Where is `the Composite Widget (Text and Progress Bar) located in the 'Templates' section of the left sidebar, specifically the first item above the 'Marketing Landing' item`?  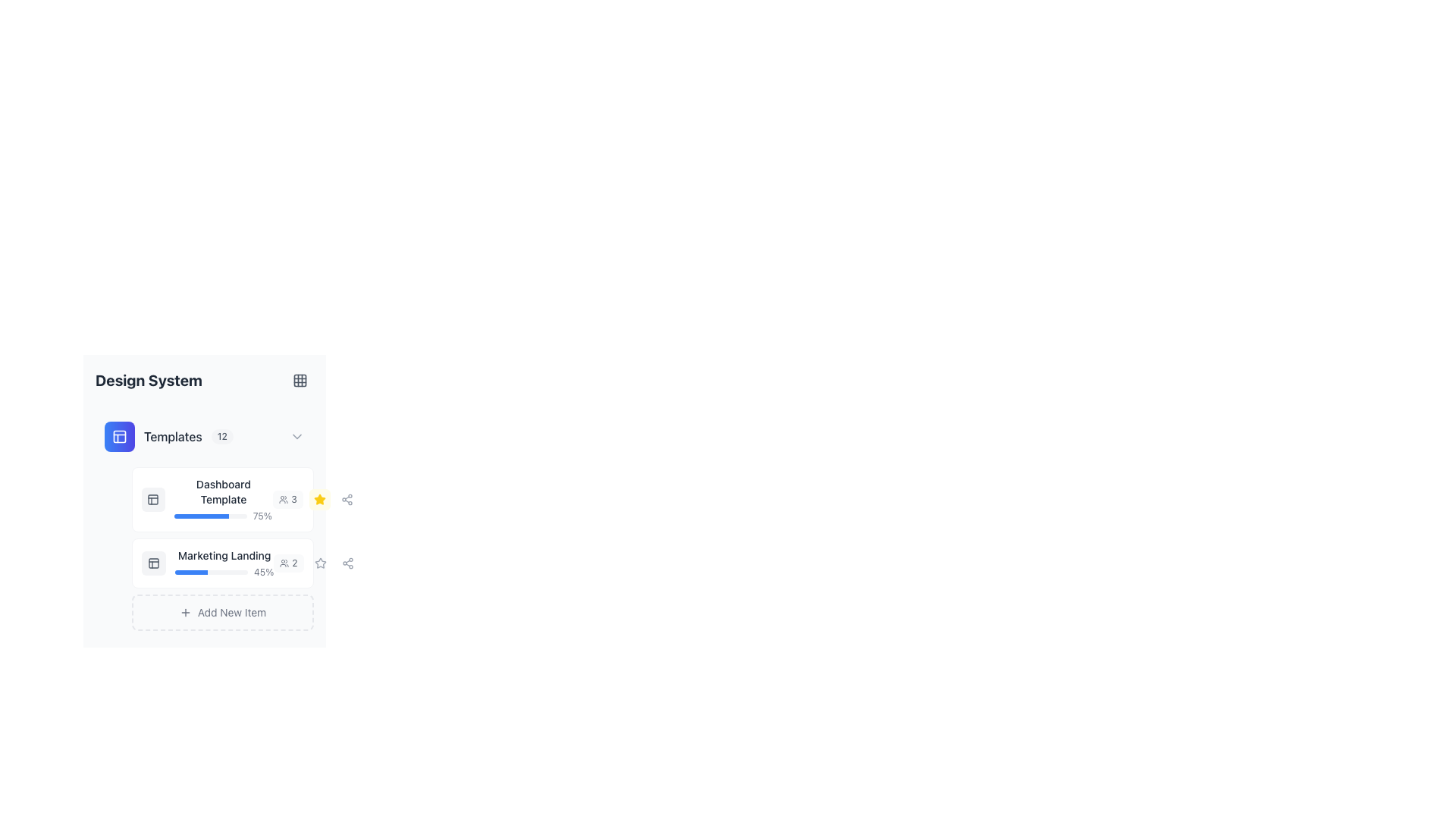 the Composite Widget (Text and Progress Bar) located in the 'Templates' section of the left sidebar, specifically the first item above the 'Marketing Landing' item is located at coordinates (222, 500).